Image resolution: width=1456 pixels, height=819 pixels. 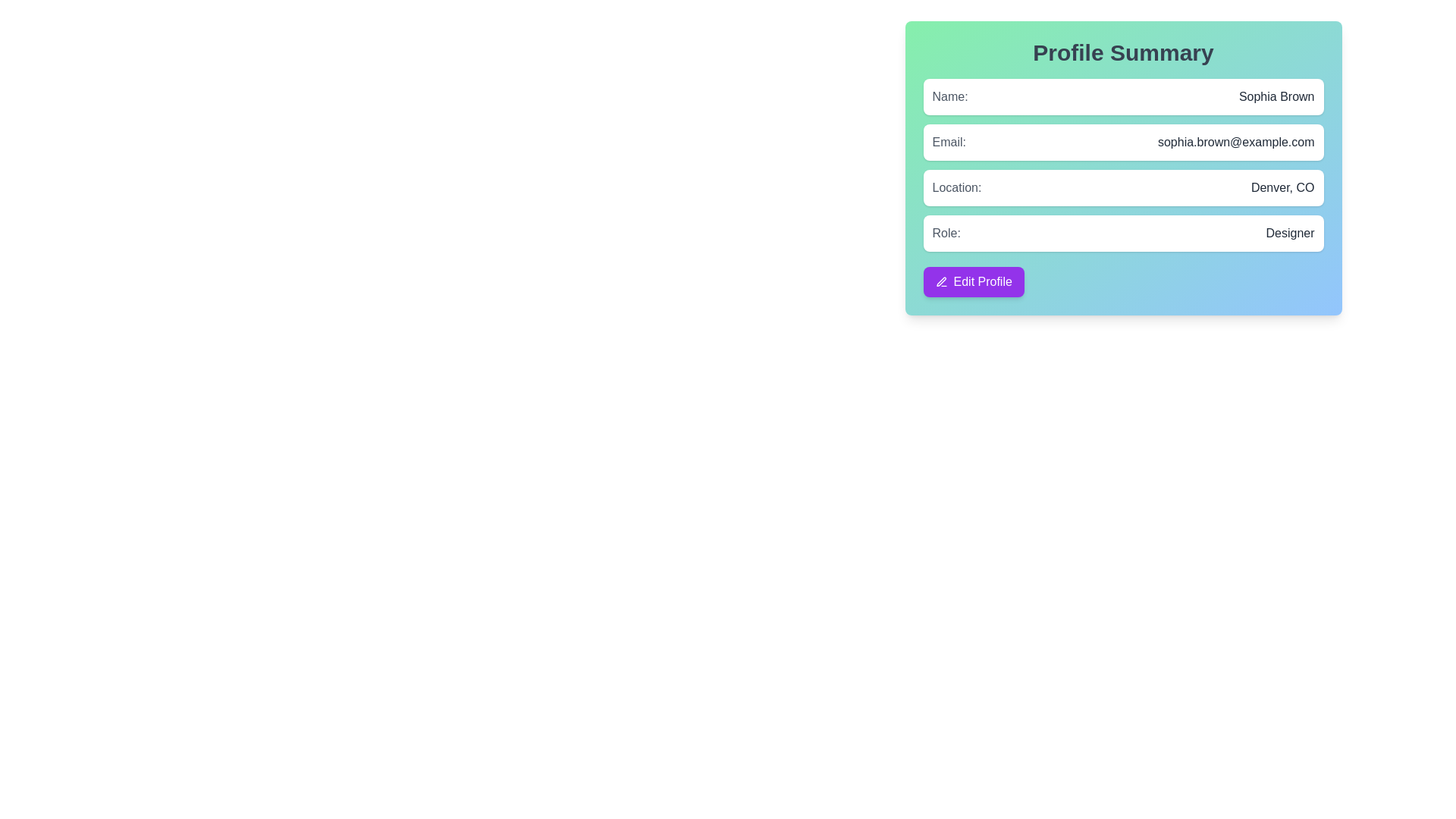 I want to click on the button located at the bottom of the 'Profile Summary' box to initiate editing of profile details, so click(x=974, y=281).